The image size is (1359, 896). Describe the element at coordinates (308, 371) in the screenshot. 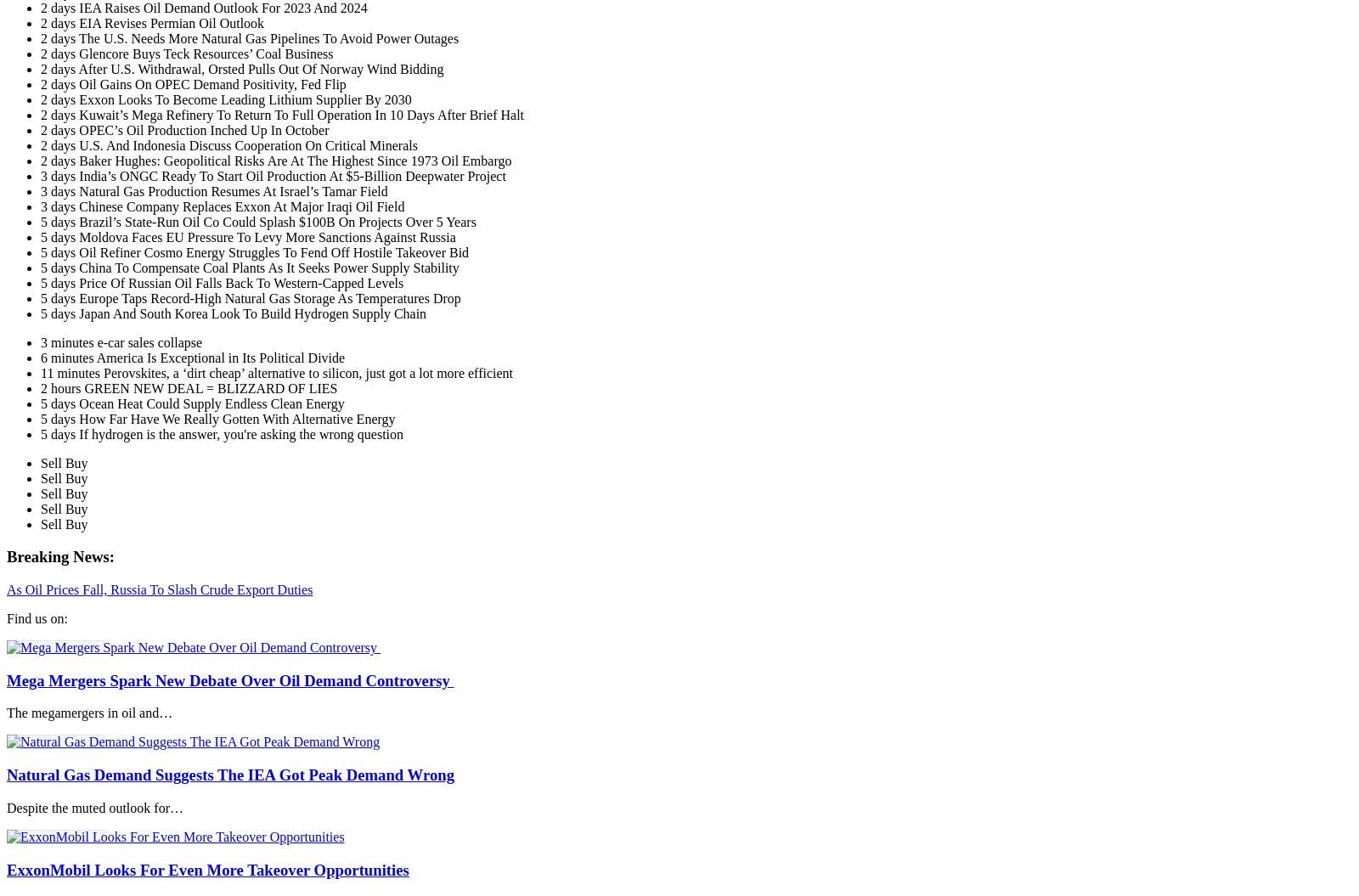

I see `'Perovskites, a ‘dirt cheap’ alternative to silicon, just got a lot more efficient'` at that location.